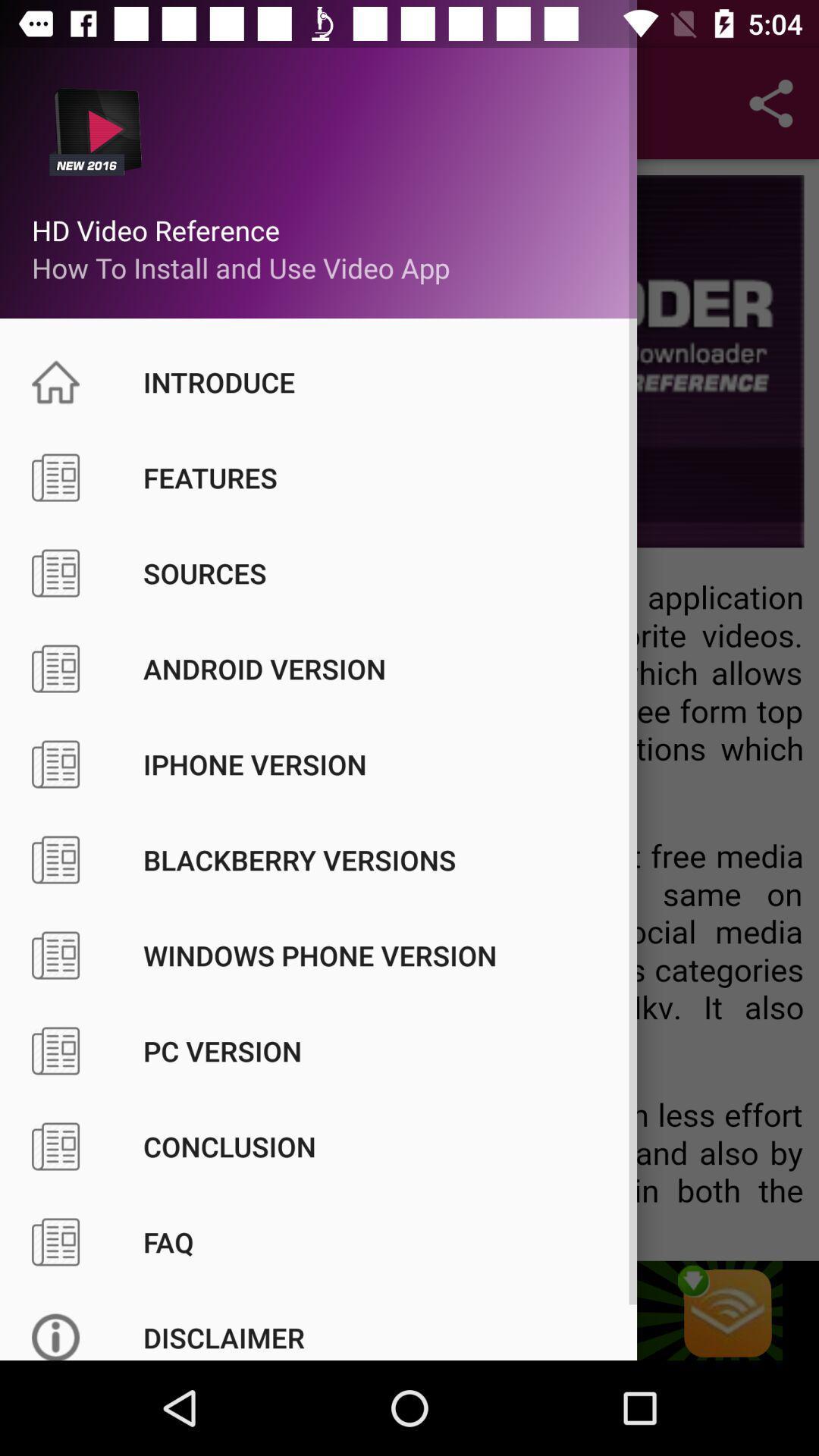 The image size is (819, 1456). What do you see at coordinates (84, 115) in the screenshot?
I see `top left corner icon` at bounding box center [84, 115].